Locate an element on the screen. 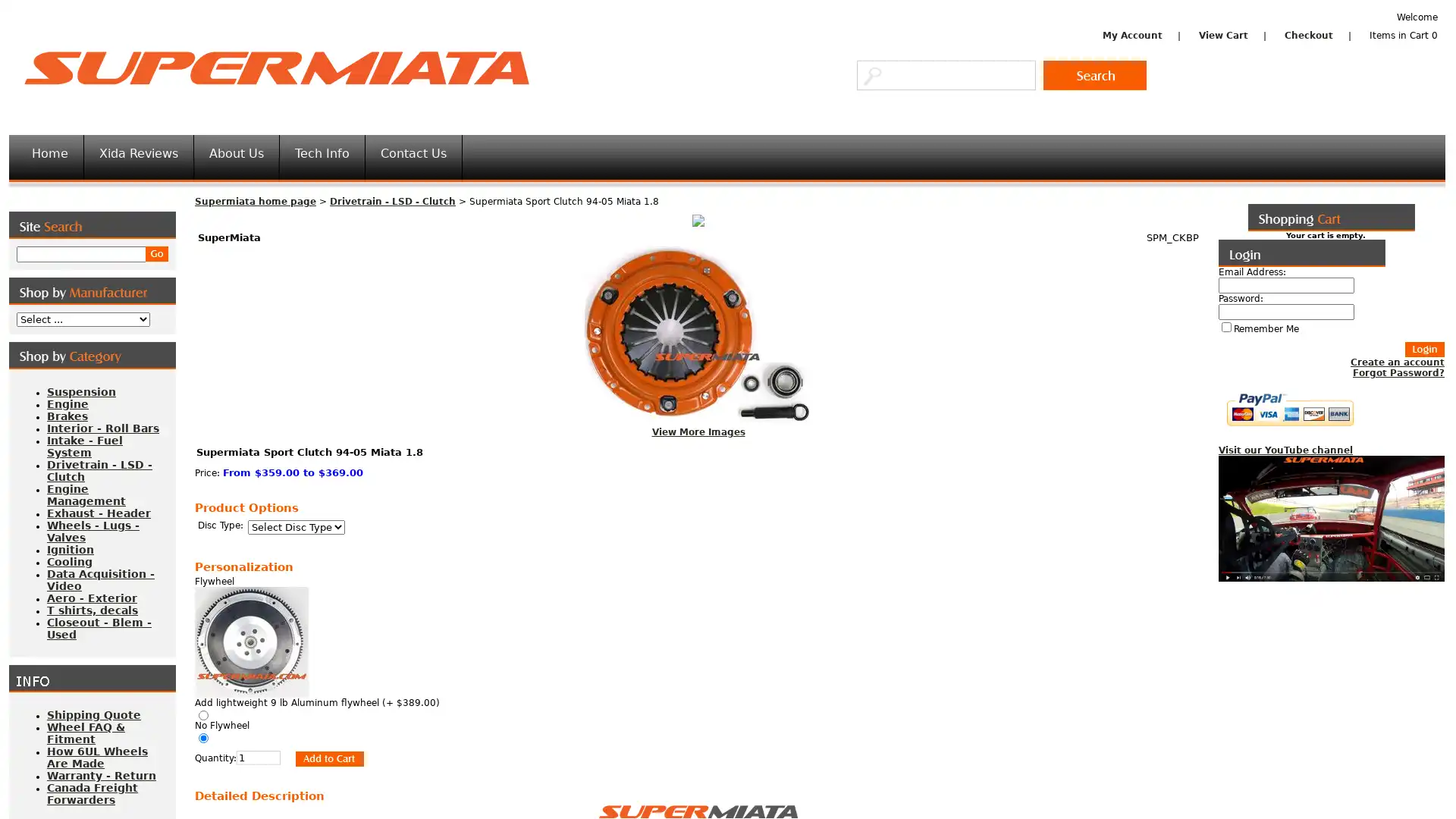  Submit is located at coordinates (322, 758).